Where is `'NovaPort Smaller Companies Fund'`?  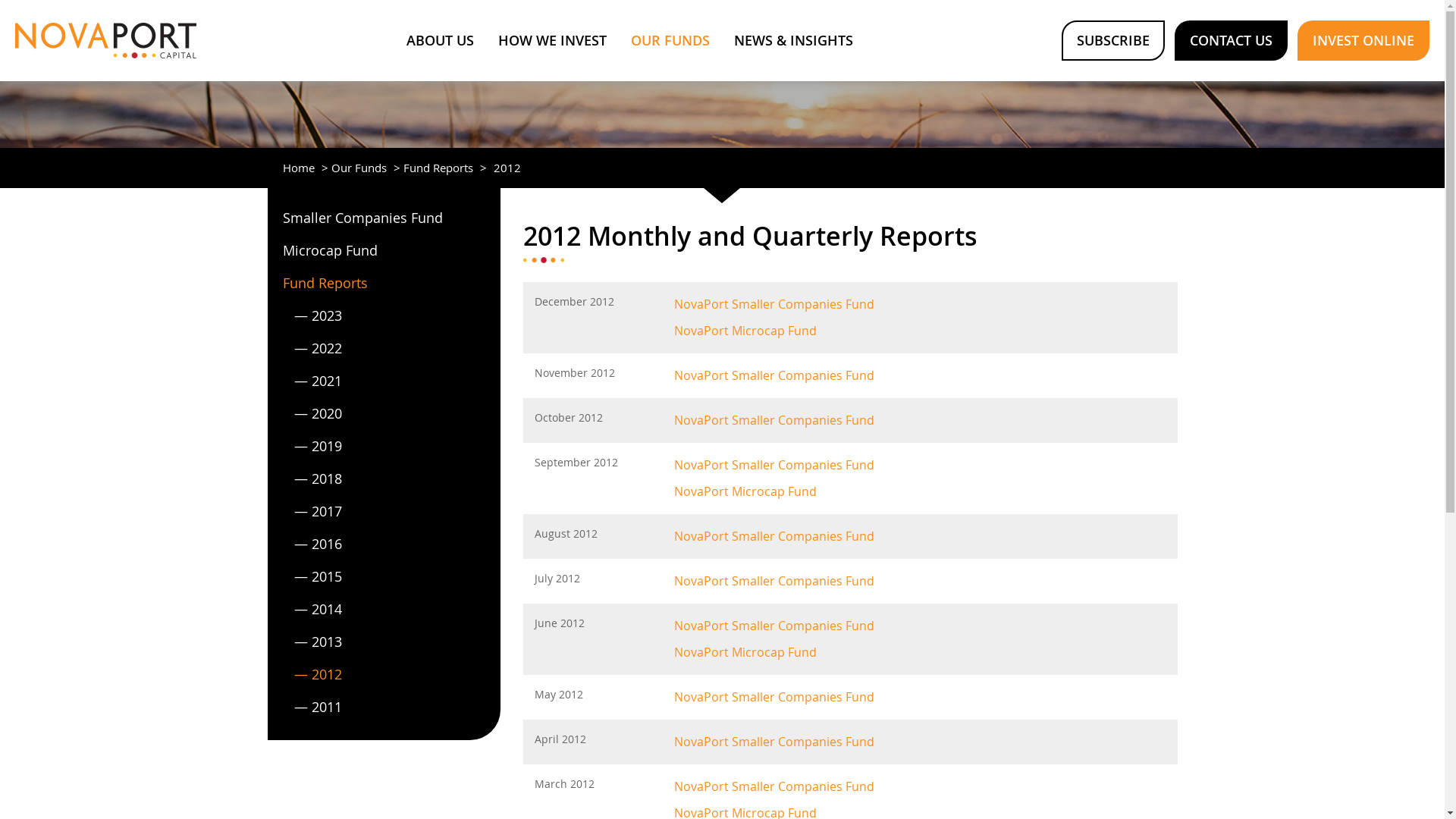 'NovaPort Smaller Companies Fund' is located at coordinates (774, 420).